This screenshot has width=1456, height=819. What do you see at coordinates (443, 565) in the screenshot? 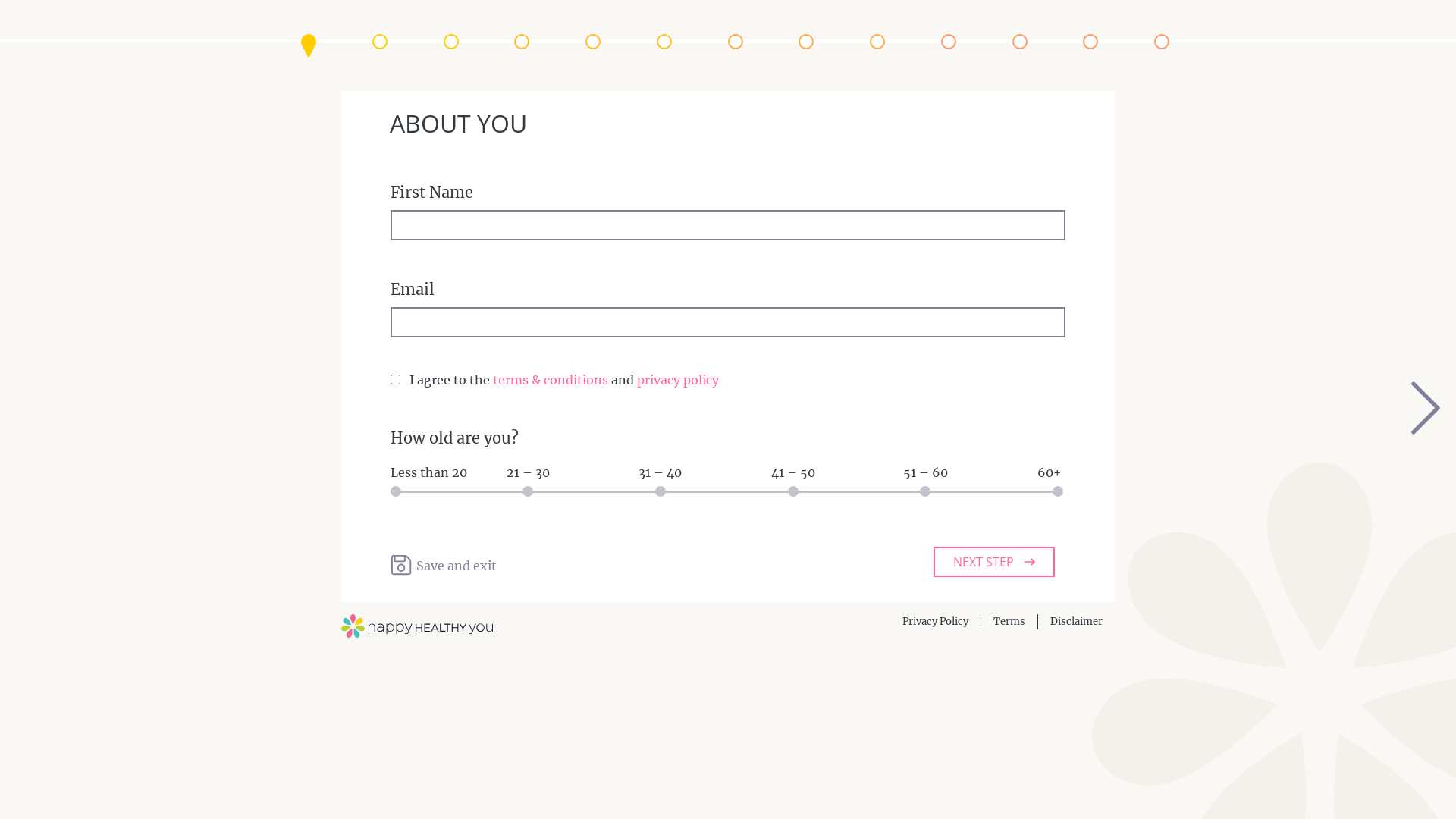
I see `'Save and exit Save and exit'` at bounding box center [443, 565].